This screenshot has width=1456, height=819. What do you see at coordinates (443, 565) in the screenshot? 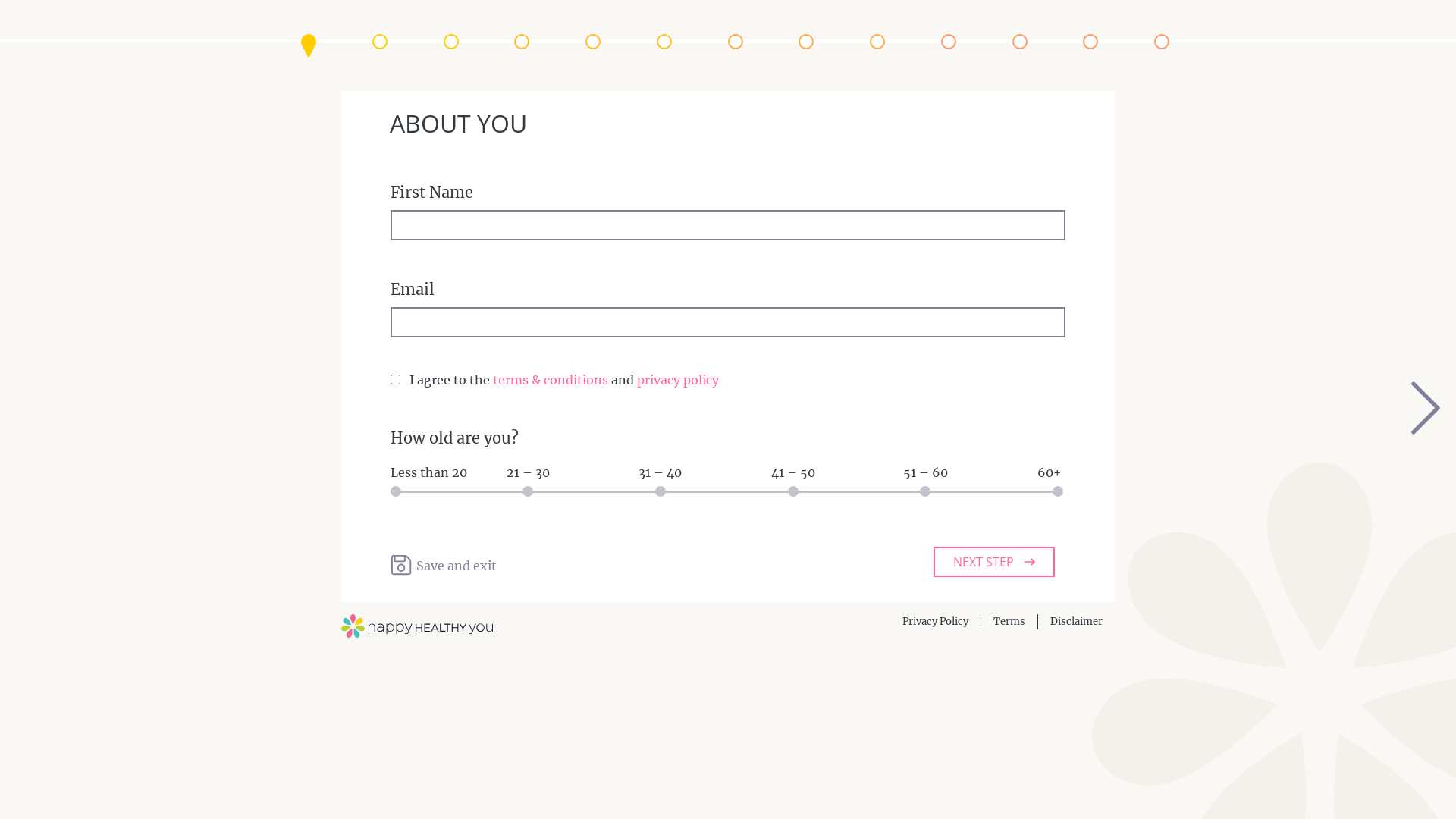
I see `'Save and exit Save and exit'` at bounding box center [443, 565].